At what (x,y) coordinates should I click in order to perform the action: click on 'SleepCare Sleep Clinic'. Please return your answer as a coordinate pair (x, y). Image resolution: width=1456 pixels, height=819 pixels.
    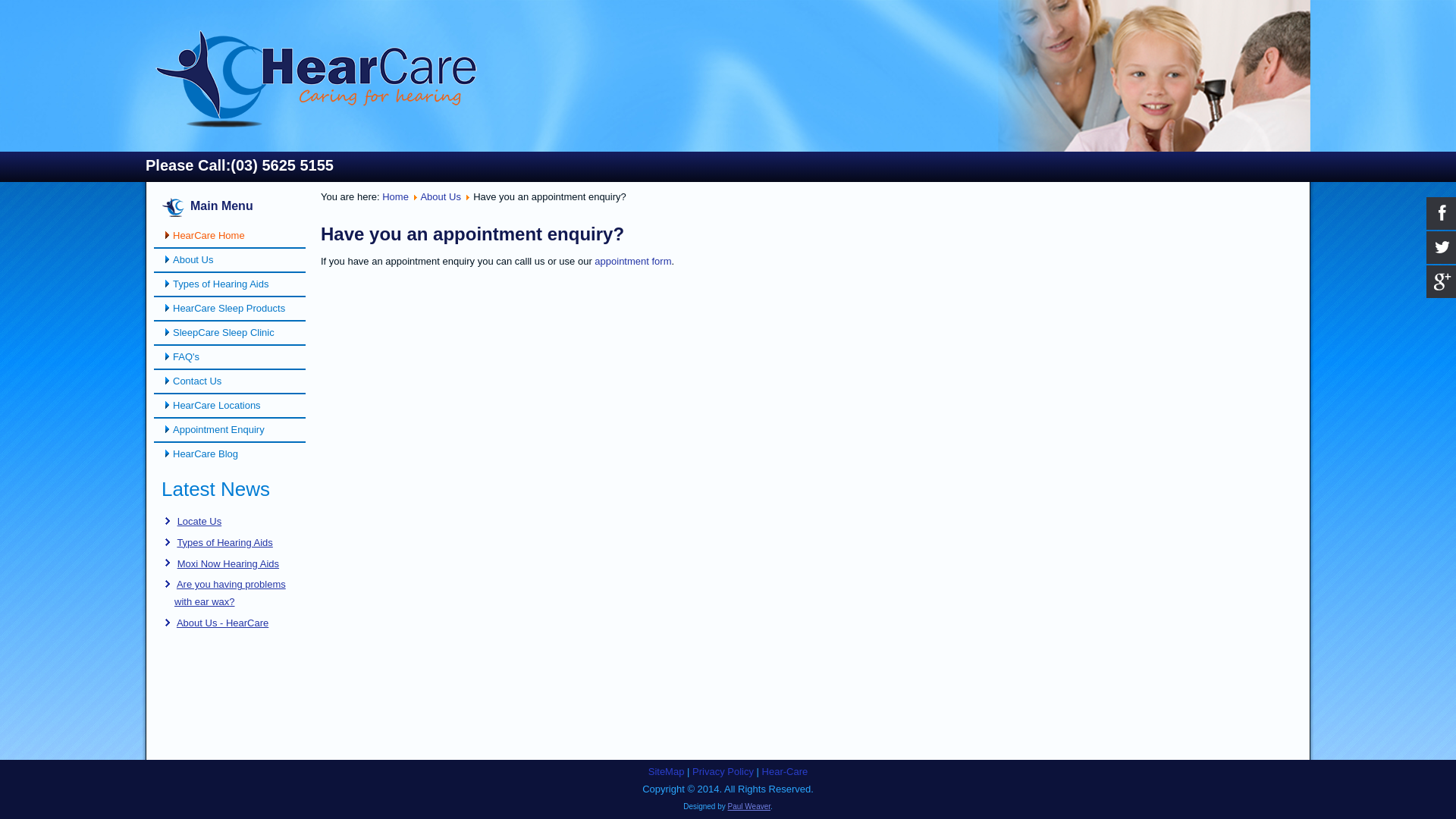
    Looking at the image, I should click on (153, 332).